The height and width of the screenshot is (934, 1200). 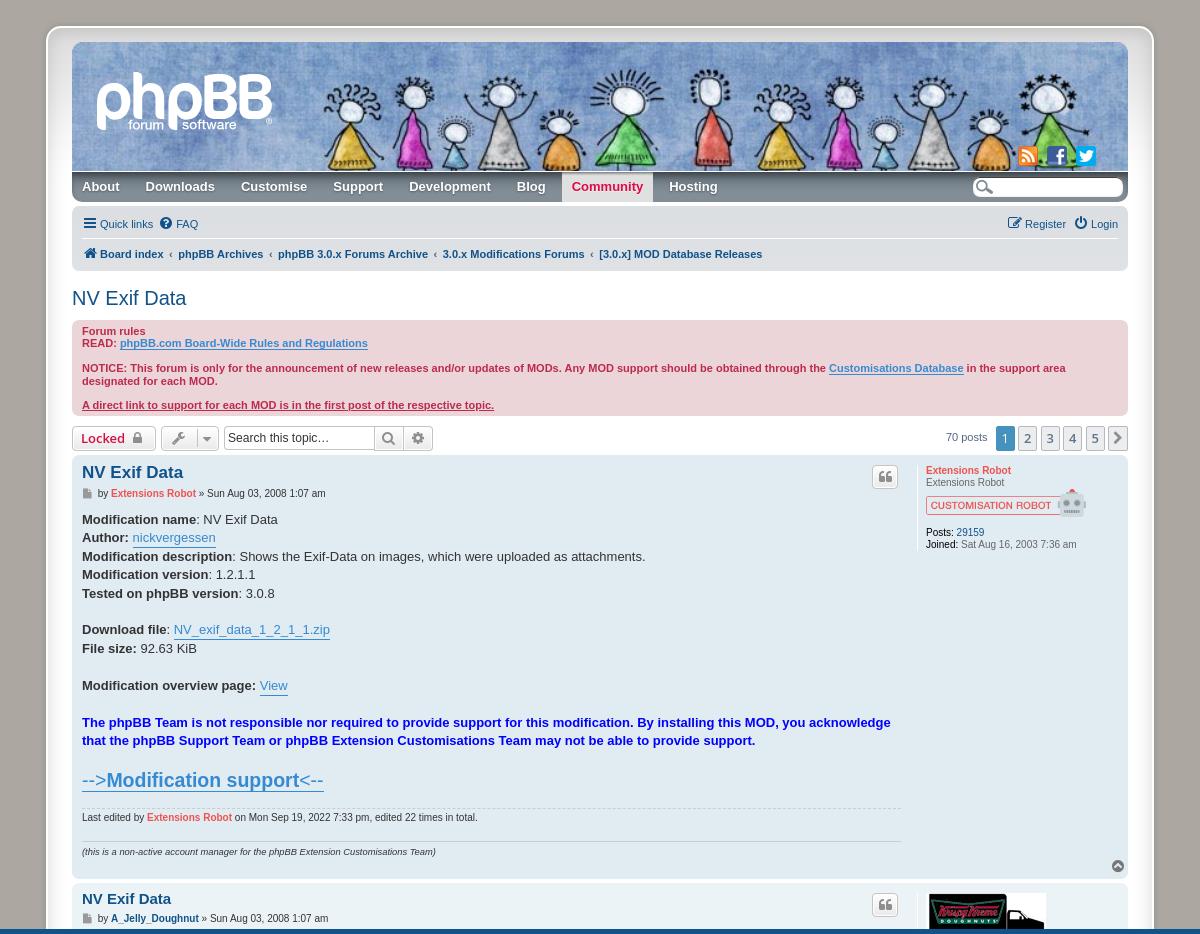 I want to click on 'Locked', so click(x=81, y=438).